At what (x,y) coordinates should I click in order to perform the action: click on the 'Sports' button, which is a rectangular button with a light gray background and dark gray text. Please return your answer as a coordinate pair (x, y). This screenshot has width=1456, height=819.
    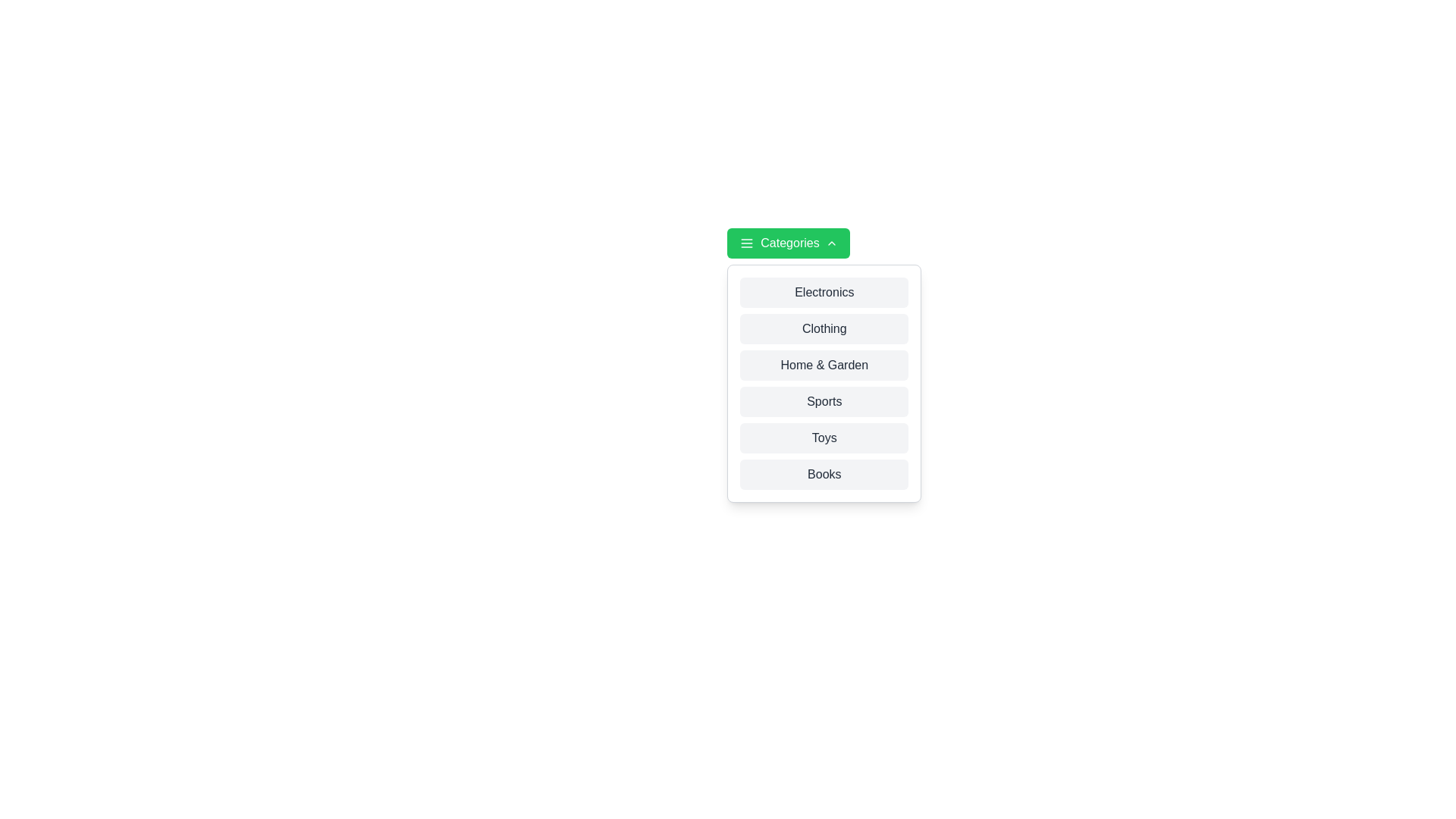
    Looking at the image, I should click on (823, 400).